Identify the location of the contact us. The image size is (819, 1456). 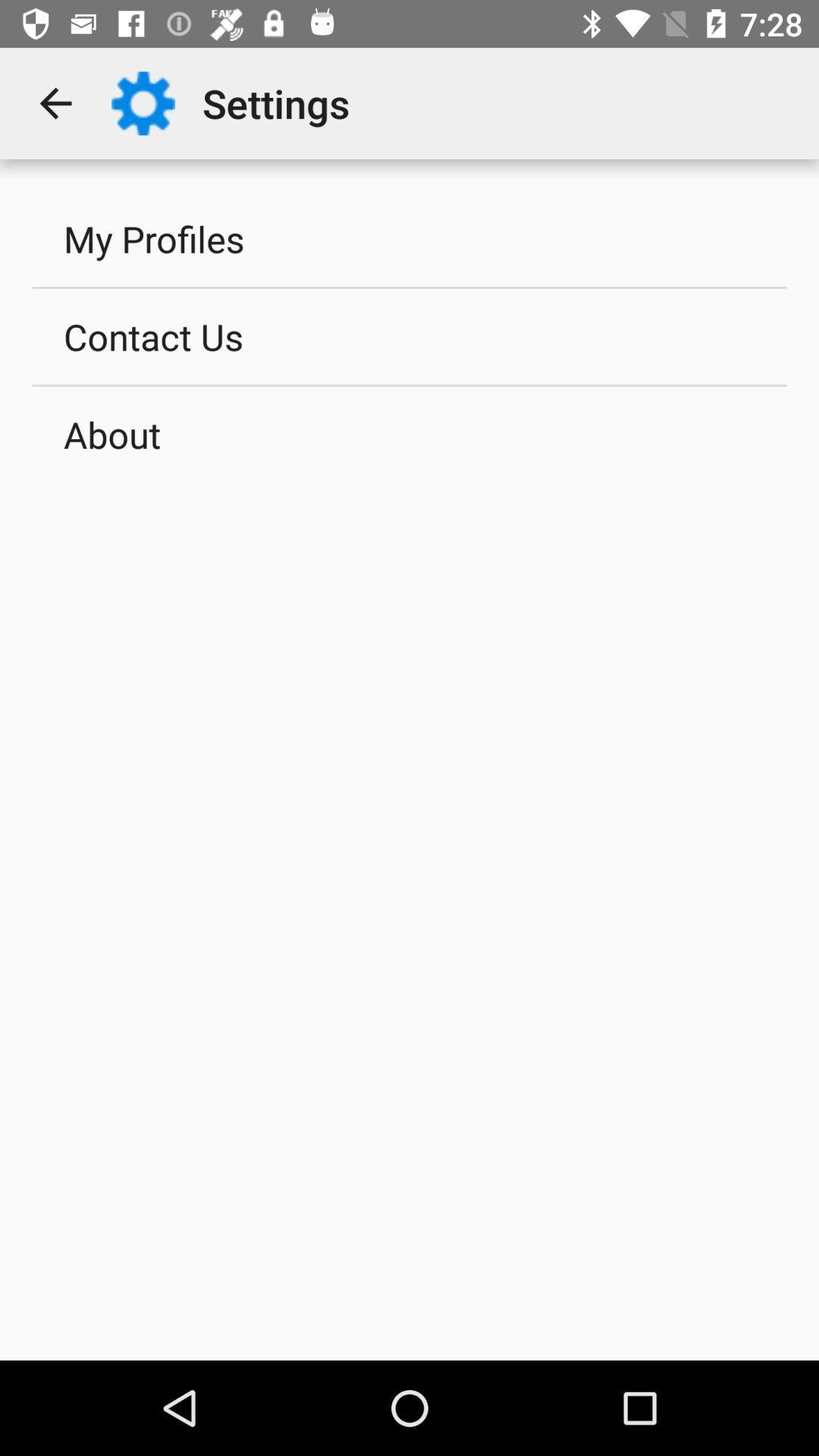
(409, 335).